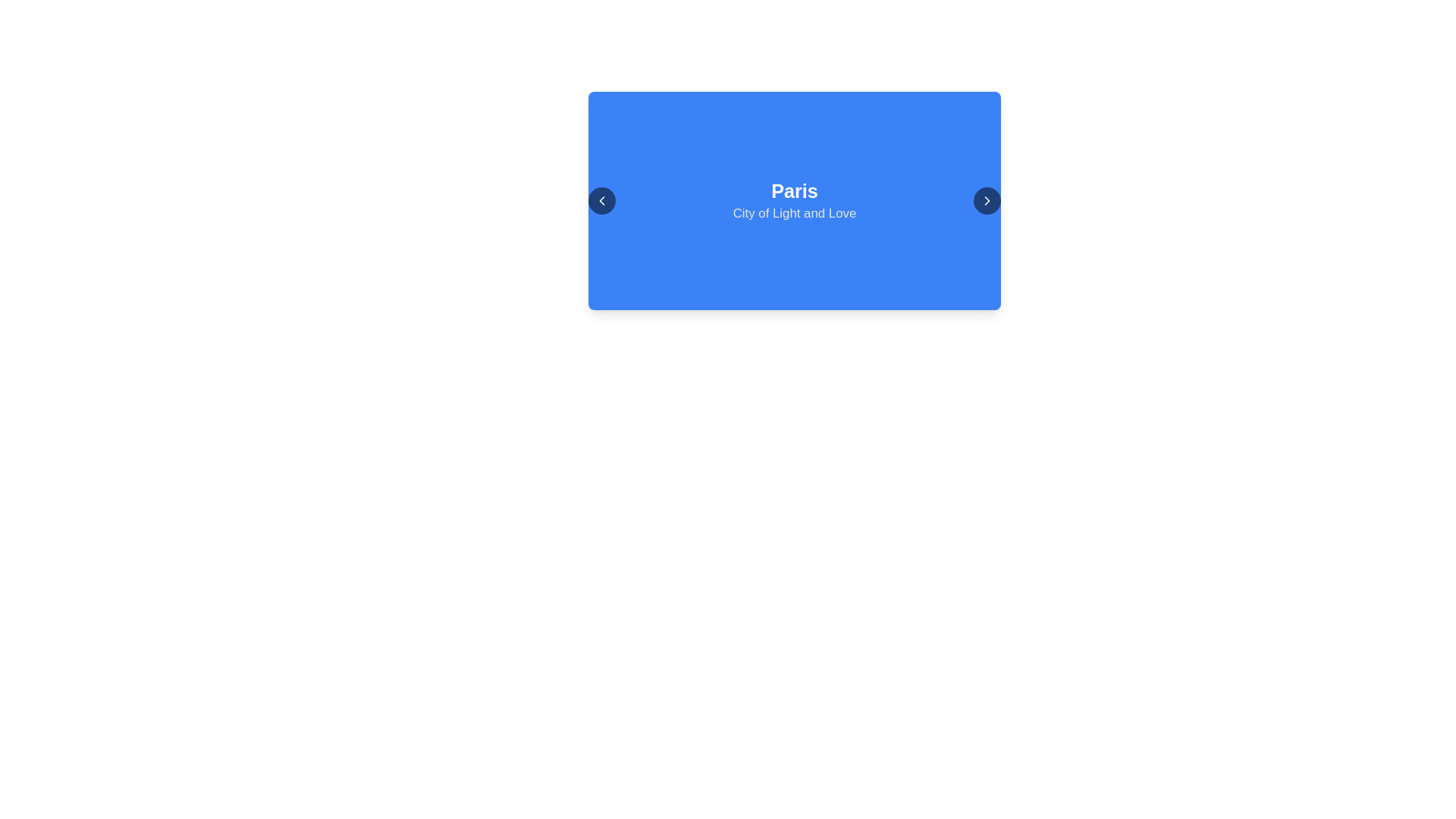 This screenshot has width=1456, height=819. I want to click on the circular button containing a small rightward-pointing arrow icon, located at the right edge of the 'Paris' card component, to potentially reveal a tooltip, so click(987, 200).